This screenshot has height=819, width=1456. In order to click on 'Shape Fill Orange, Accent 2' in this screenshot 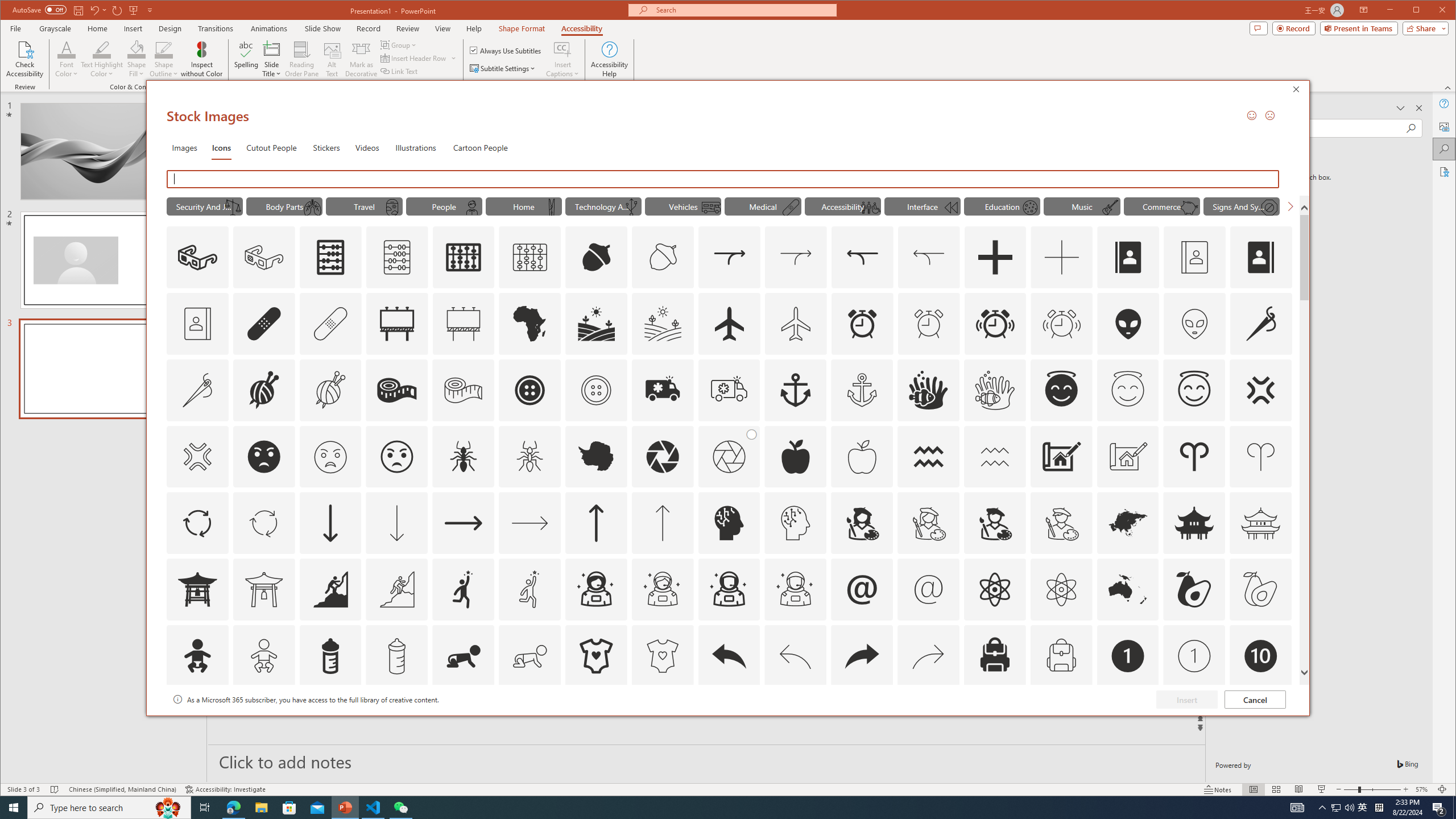, I will do `click(136, 48)`.